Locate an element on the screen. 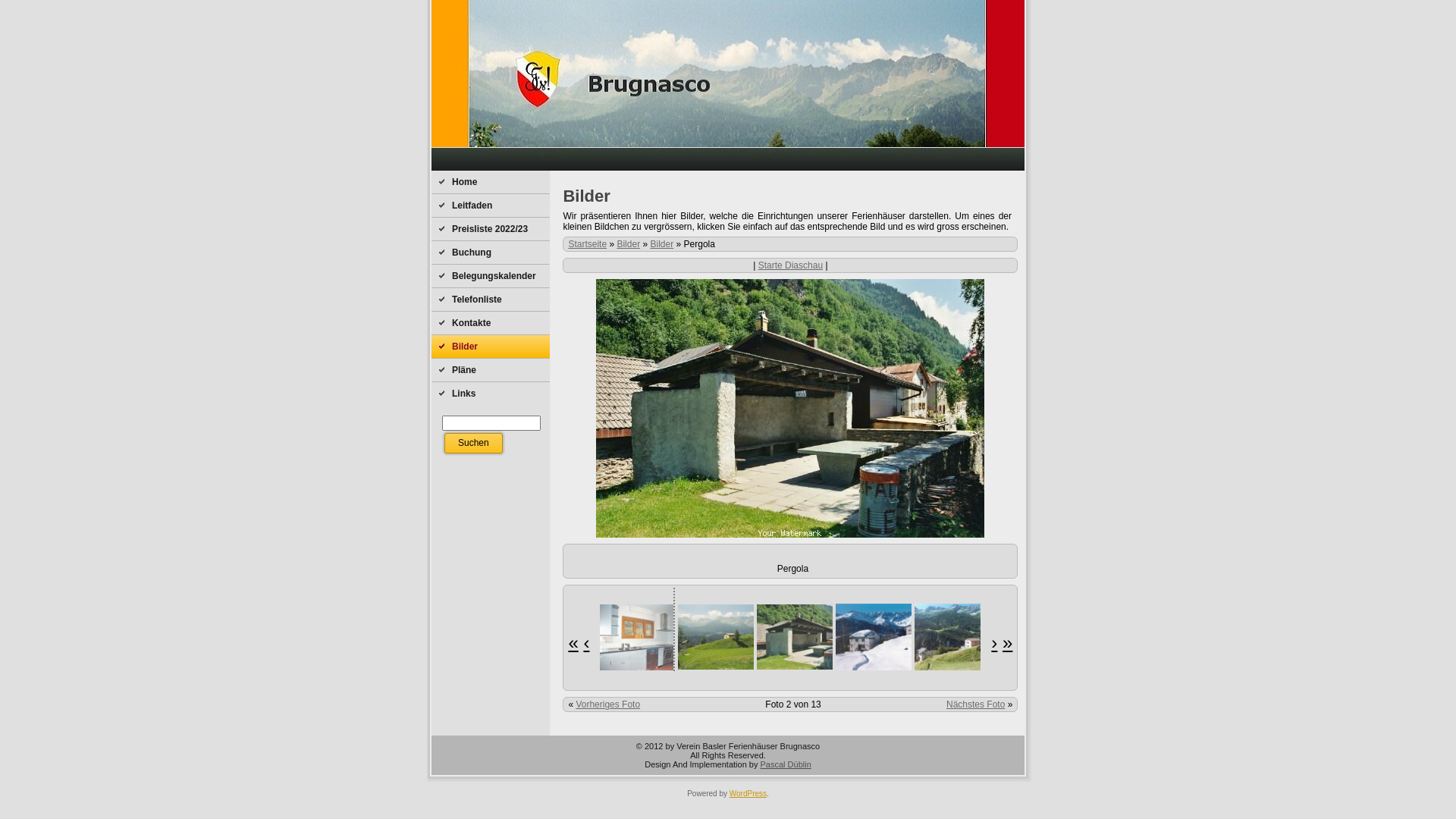  'Suchen' is located at coordinates (472, 443).